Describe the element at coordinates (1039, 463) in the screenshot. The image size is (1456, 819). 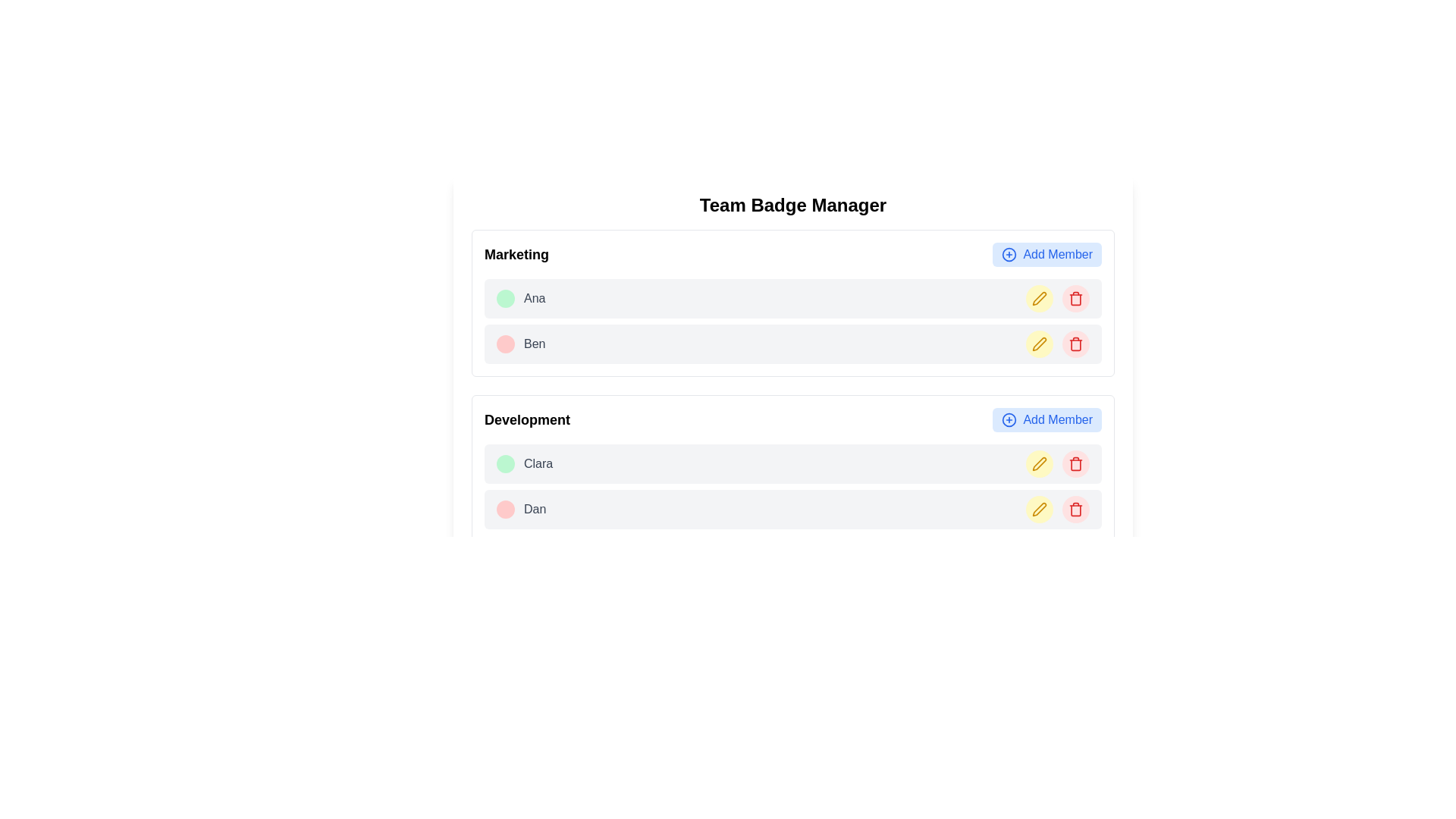
I see `the pen icon within the edit button` at that location.